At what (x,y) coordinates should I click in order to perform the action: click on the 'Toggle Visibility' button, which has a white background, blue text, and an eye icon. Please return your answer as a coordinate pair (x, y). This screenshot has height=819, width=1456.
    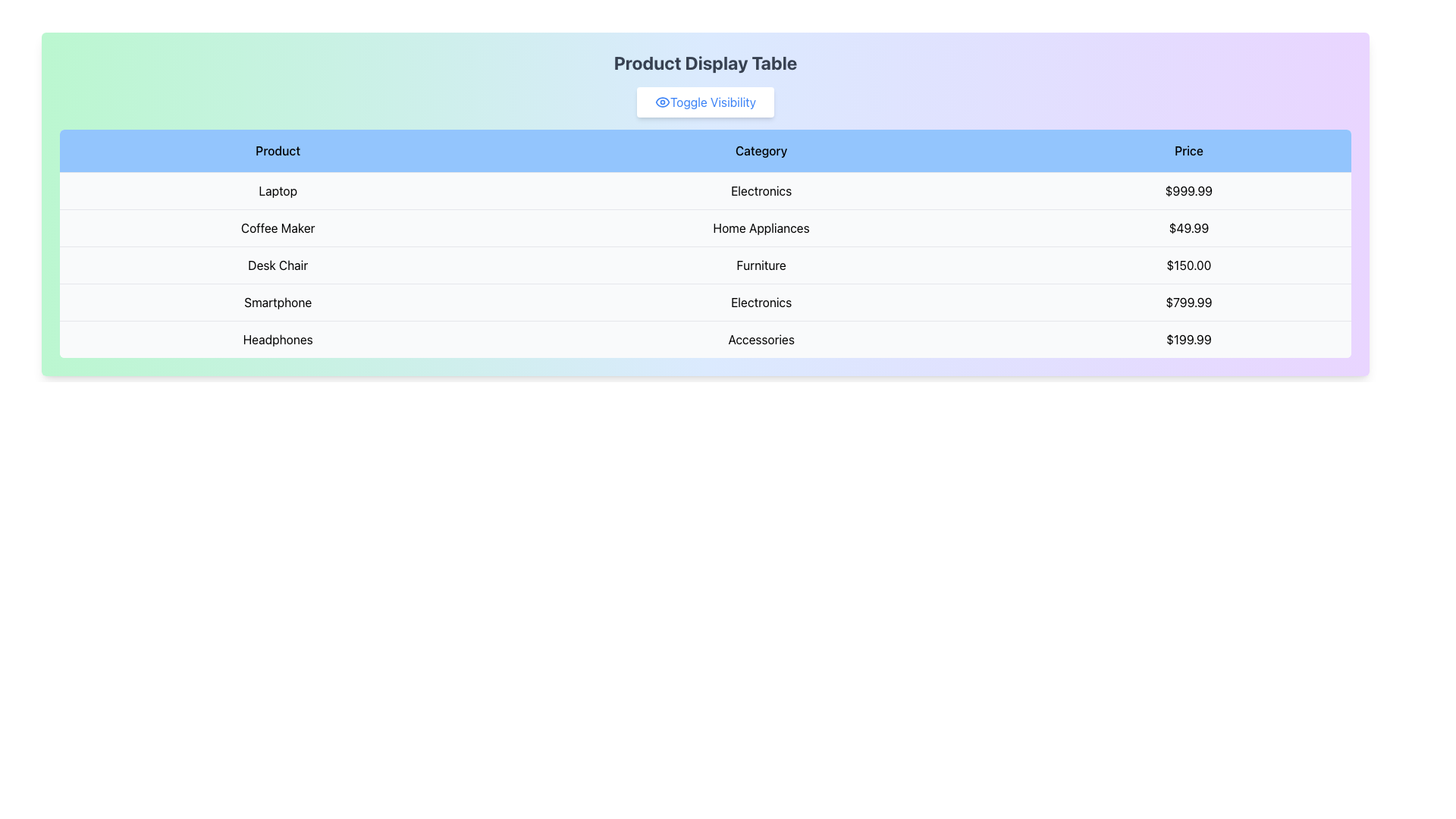
    Looking at the image, I should click on (704, 102).